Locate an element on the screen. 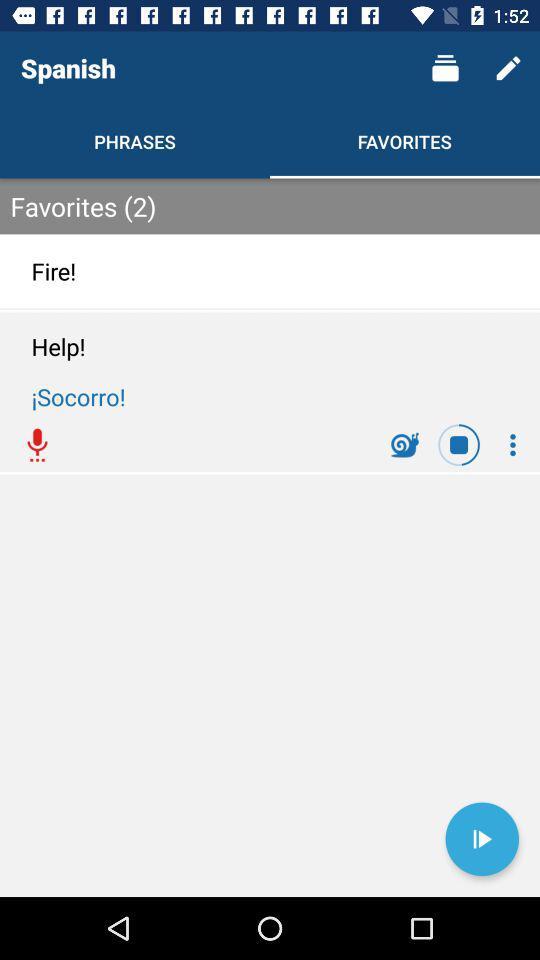 This screenshot has width=540, height=960. item above the favorites is located at coordinates (445, 68).